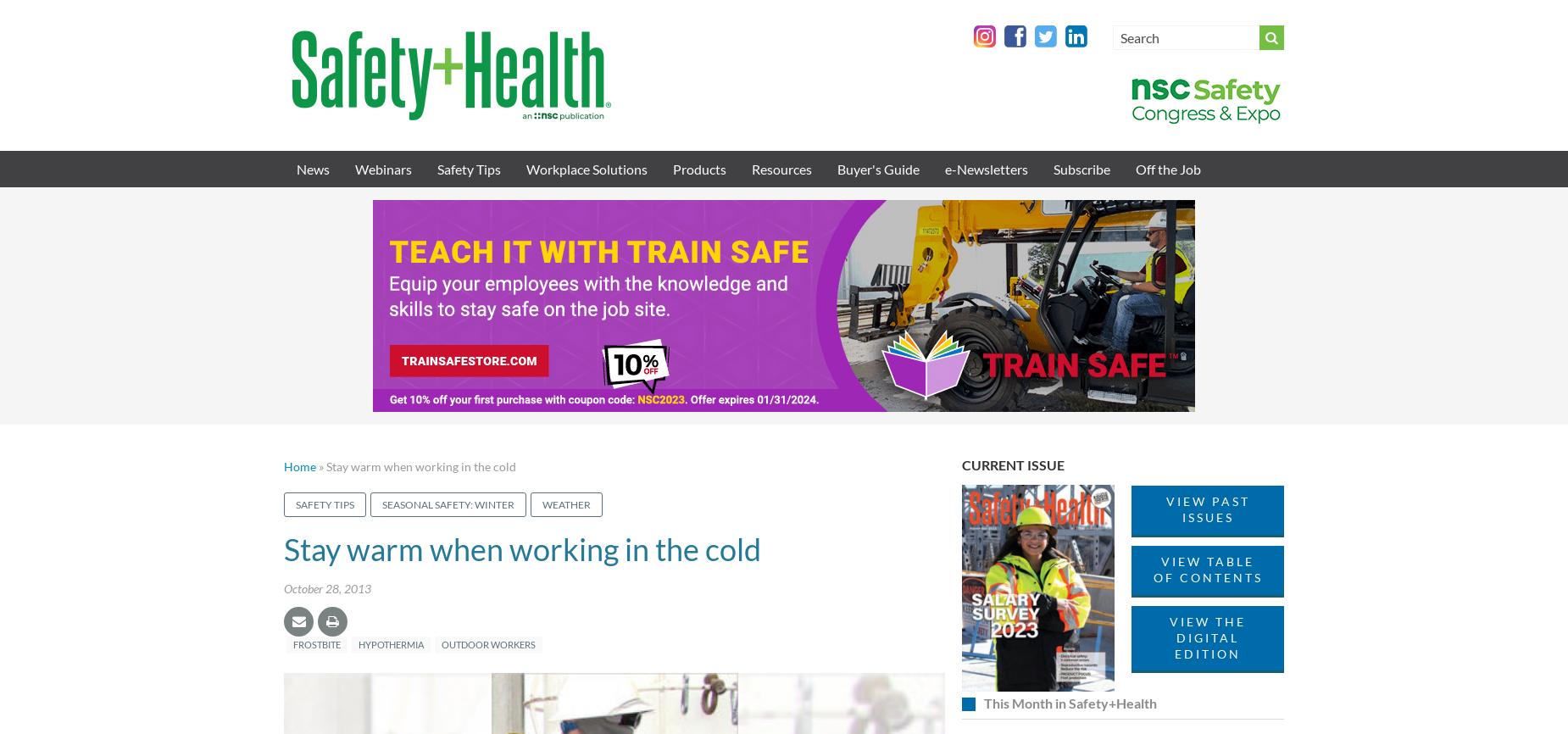 This screenshot has height=734, width=1568. What do you see at coordinates (986, 169) in the screenshot?
I see `'e-Newsletters'` at bounding box center [986, 169].